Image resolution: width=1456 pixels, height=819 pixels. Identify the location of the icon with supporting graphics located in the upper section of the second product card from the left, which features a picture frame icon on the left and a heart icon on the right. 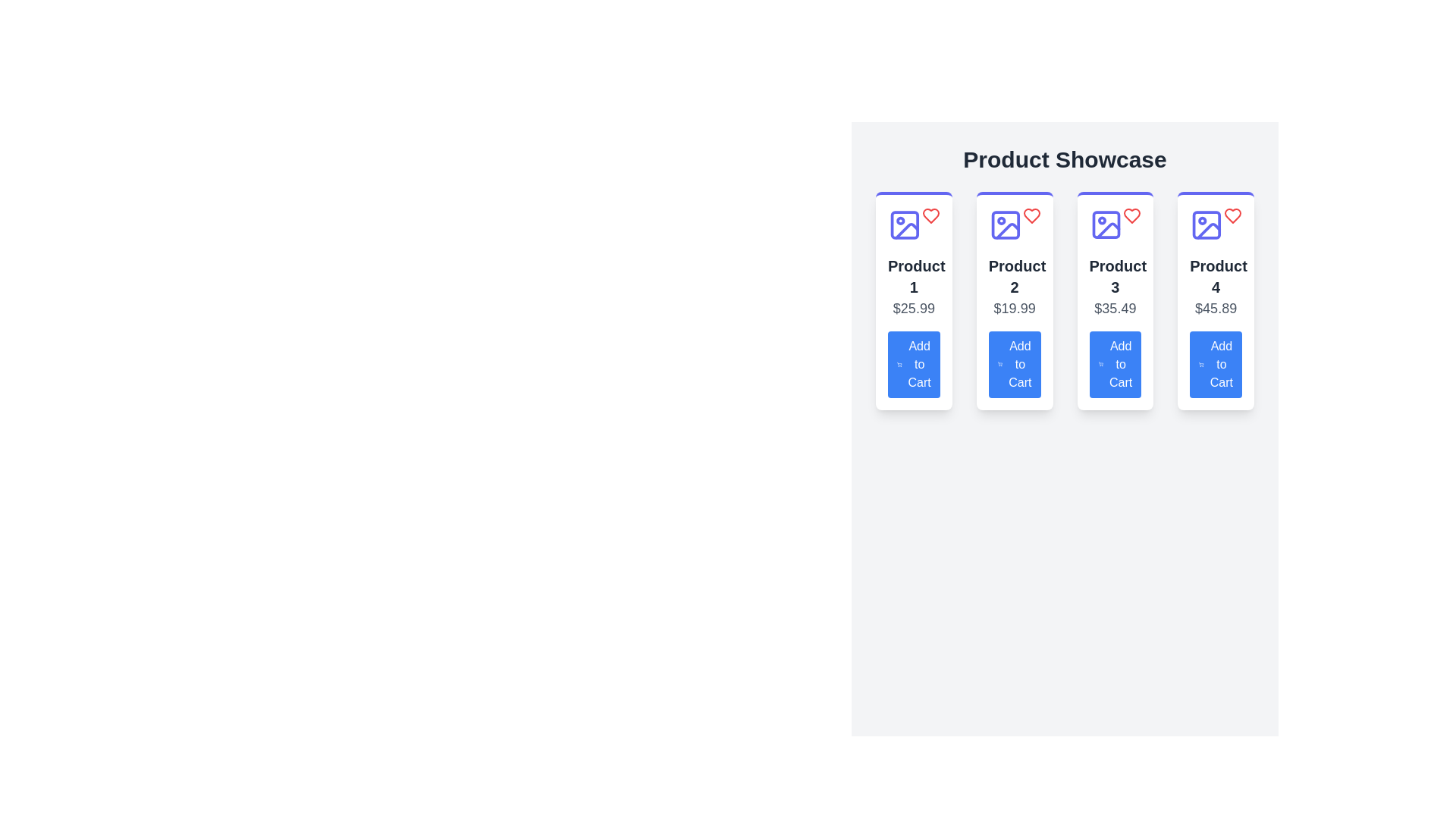
(1015, 225).